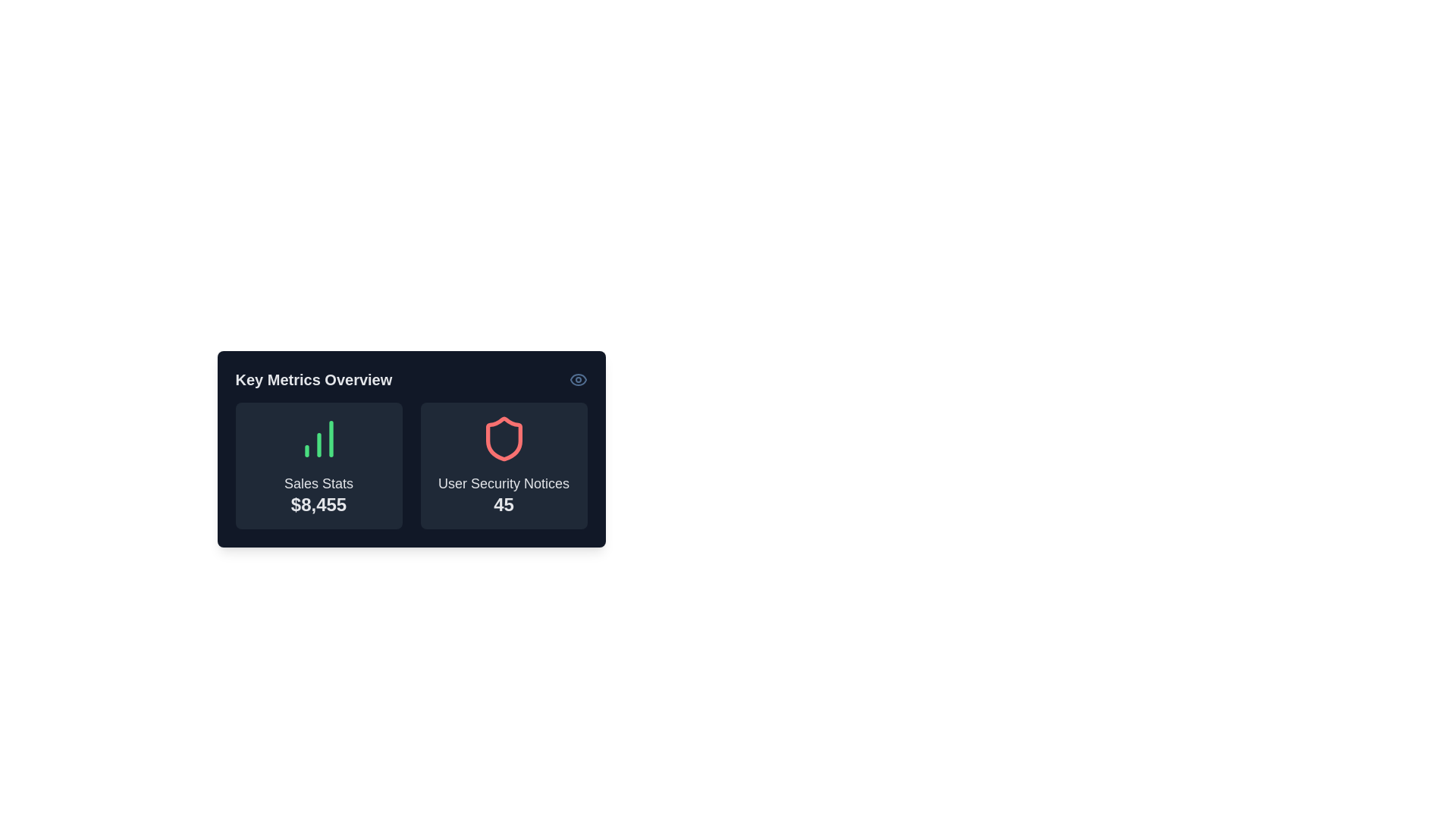 The width and height of the screenshot is (1456, 819). Describe the element at coordinates (504, 504) in the screenshot. I see `the numerical indicator label for 'User Security Notices' to possibly reveal additional information` at that location.